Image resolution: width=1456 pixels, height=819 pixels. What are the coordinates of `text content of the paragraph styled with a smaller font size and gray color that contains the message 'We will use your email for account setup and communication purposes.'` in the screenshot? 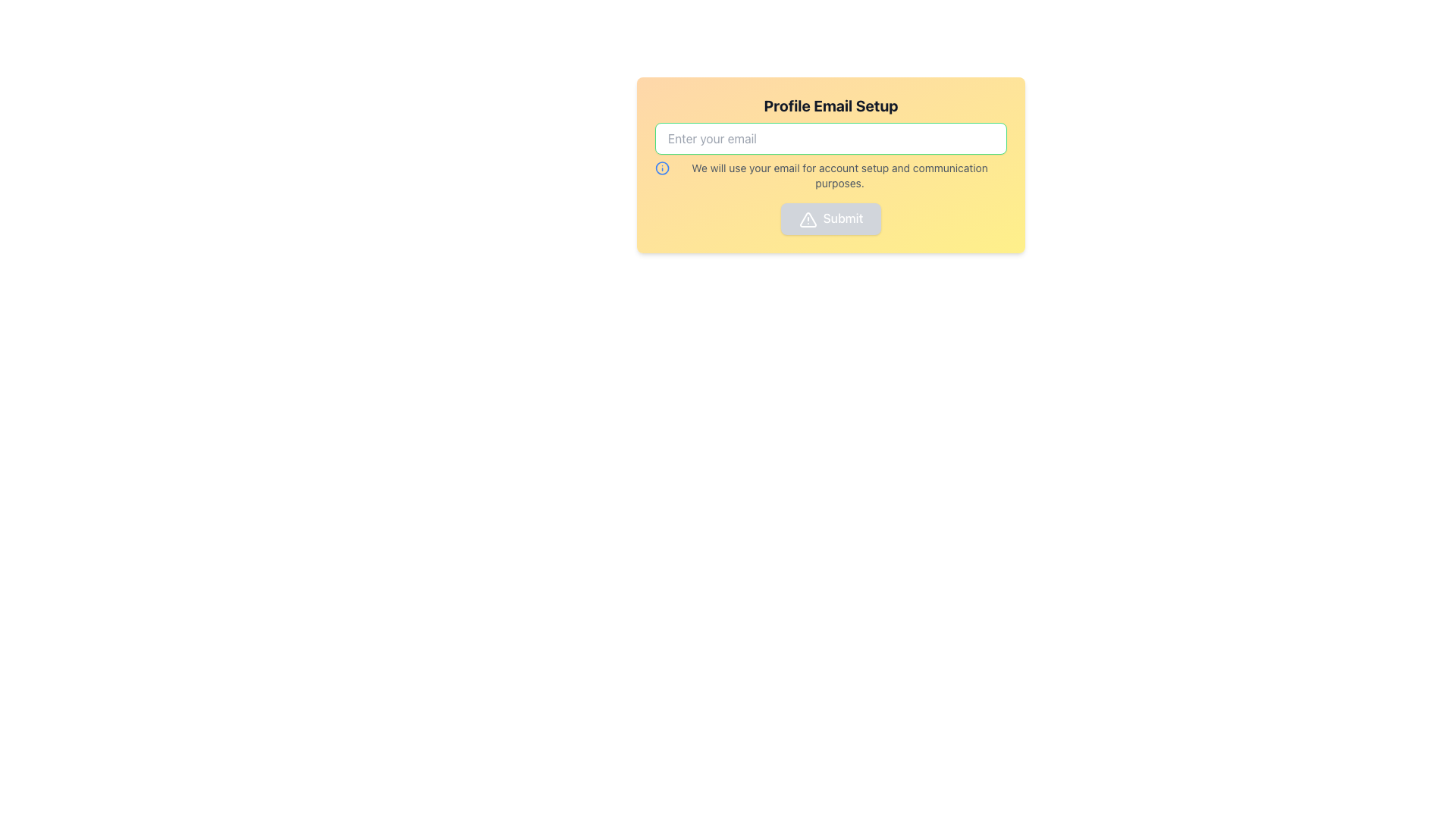 It's located at (839, 174).